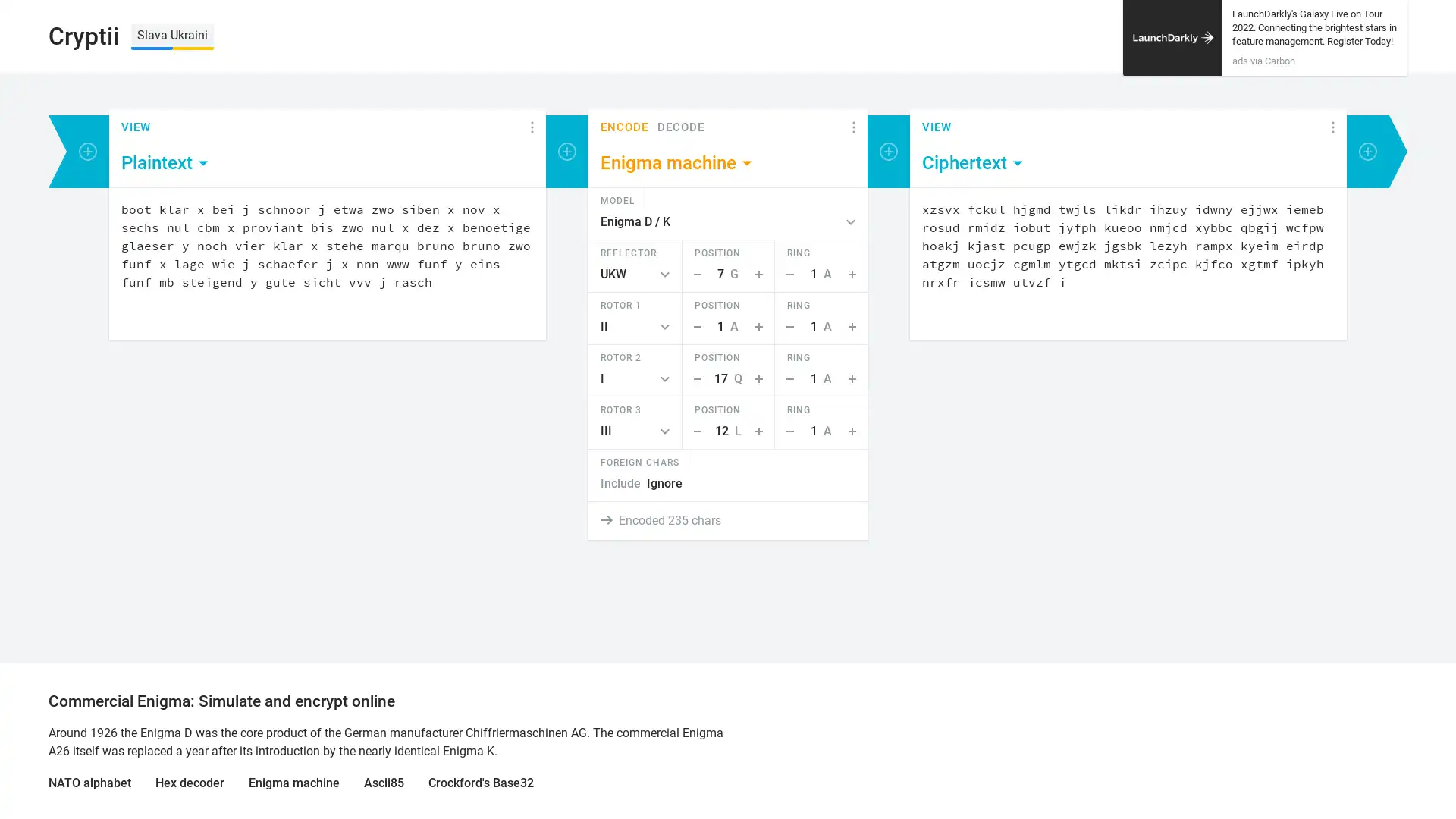  What do you see at coordinates (693, 275) in the screenshot?
I see `Step Down` at bounding box center [693, 275].